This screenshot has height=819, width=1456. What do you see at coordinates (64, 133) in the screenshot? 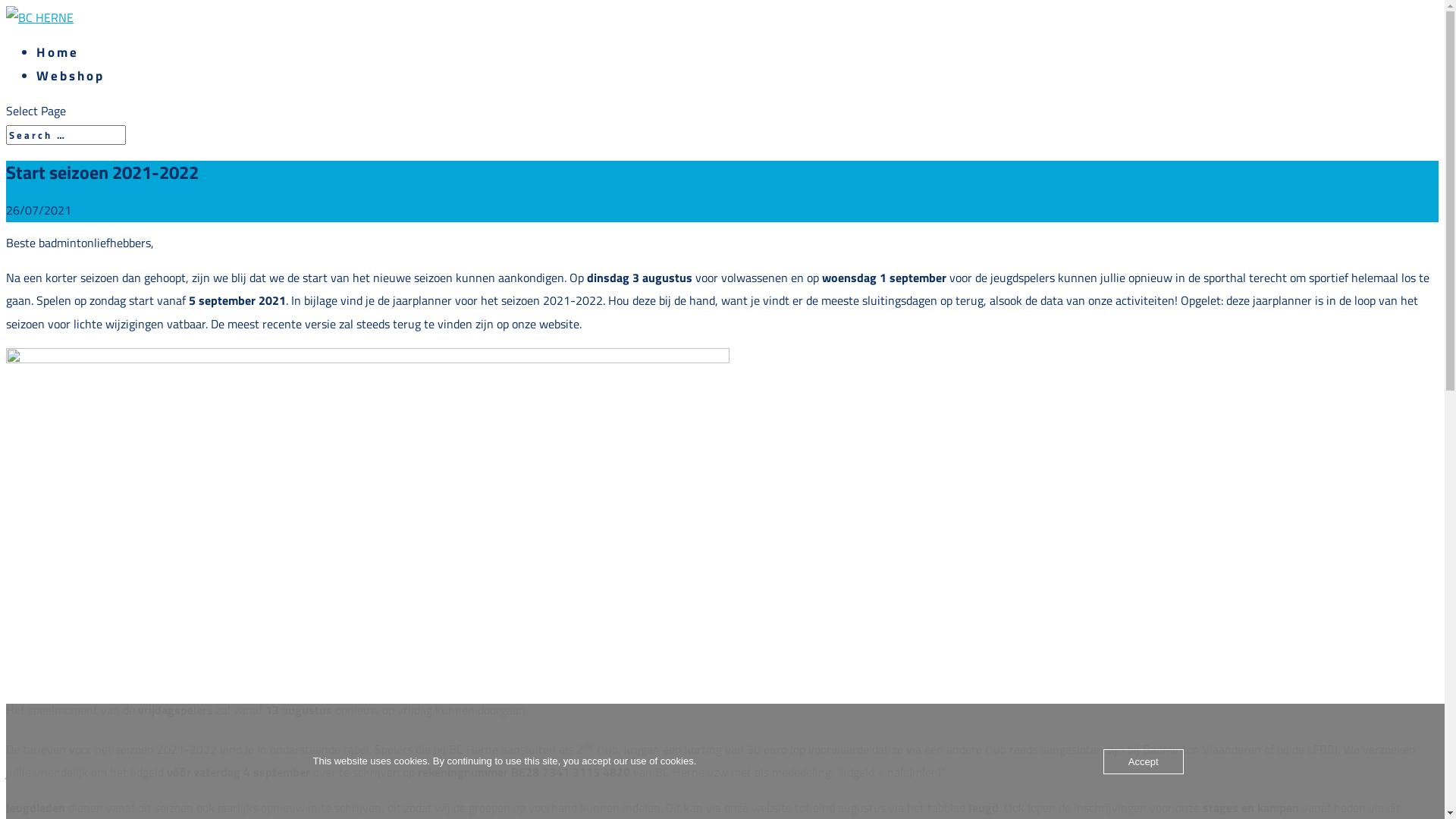
I see `'Search for:'` at bounding box center [64, 133].